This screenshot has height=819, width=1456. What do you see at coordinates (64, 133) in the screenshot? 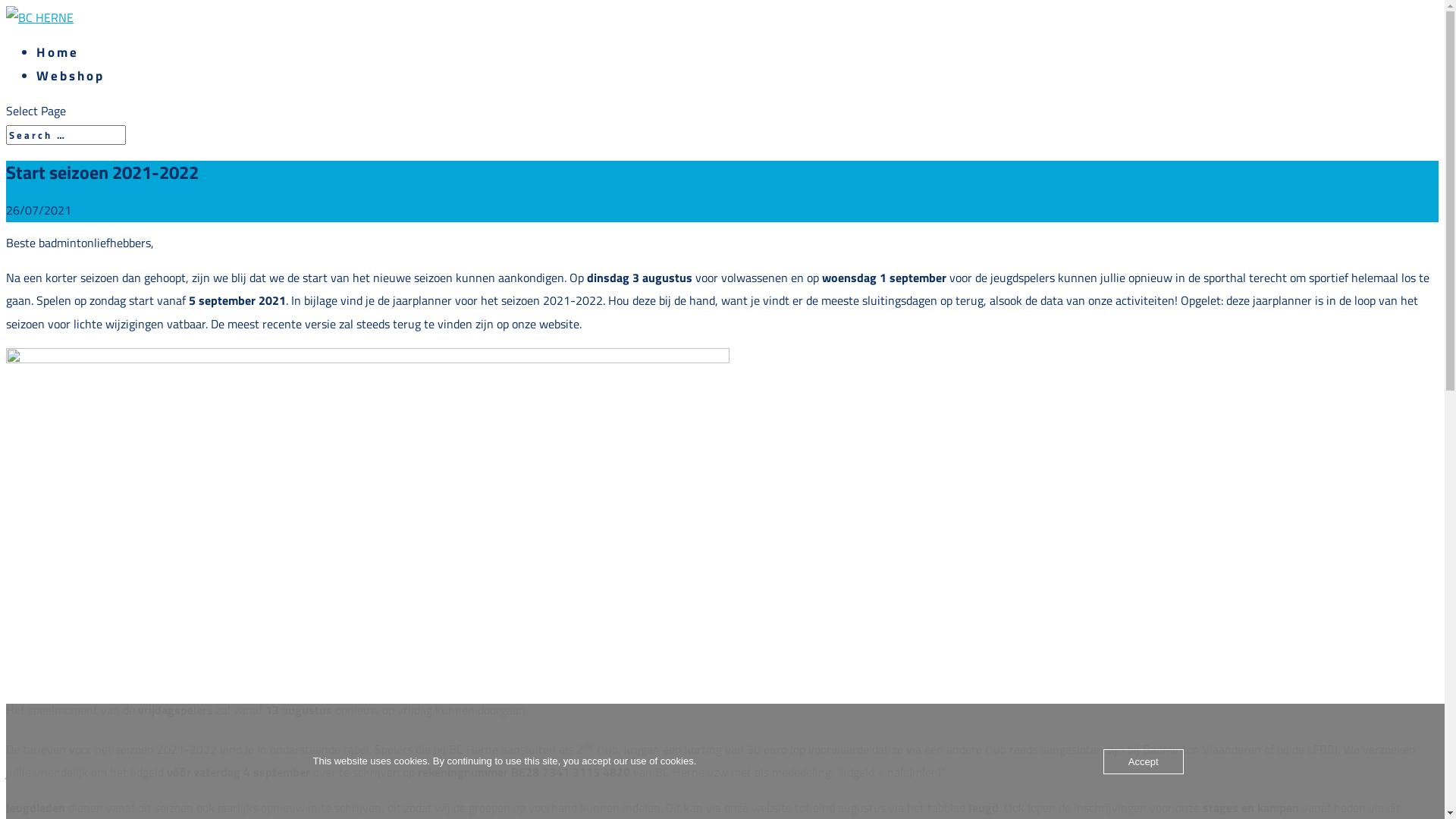
I see `'Search for:'` at bounding box center [64, 133].